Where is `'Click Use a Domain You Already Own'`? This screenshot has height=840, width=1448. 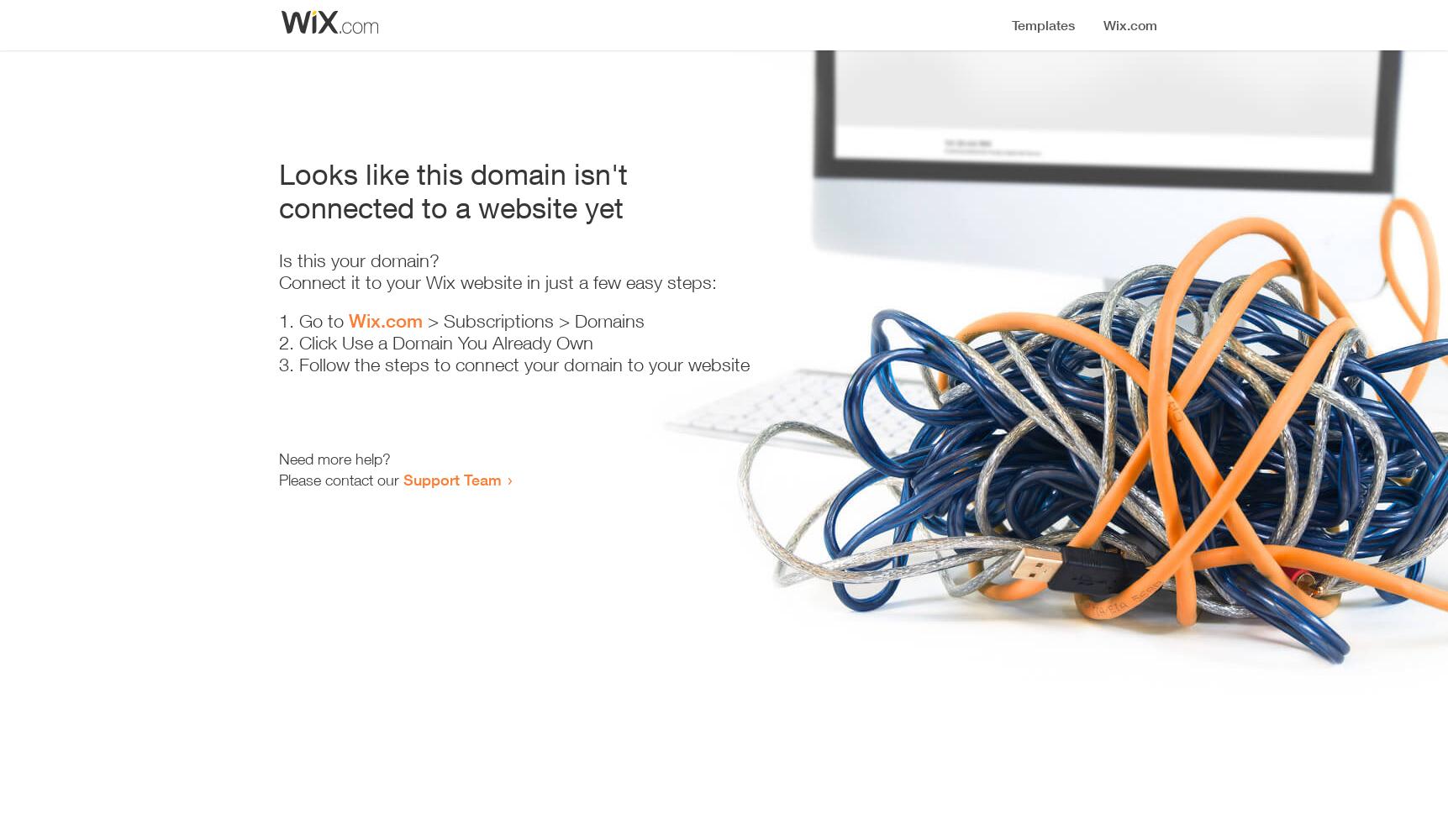
'Click Use a Domain You Already Own' is located at coordinates (444, 343).